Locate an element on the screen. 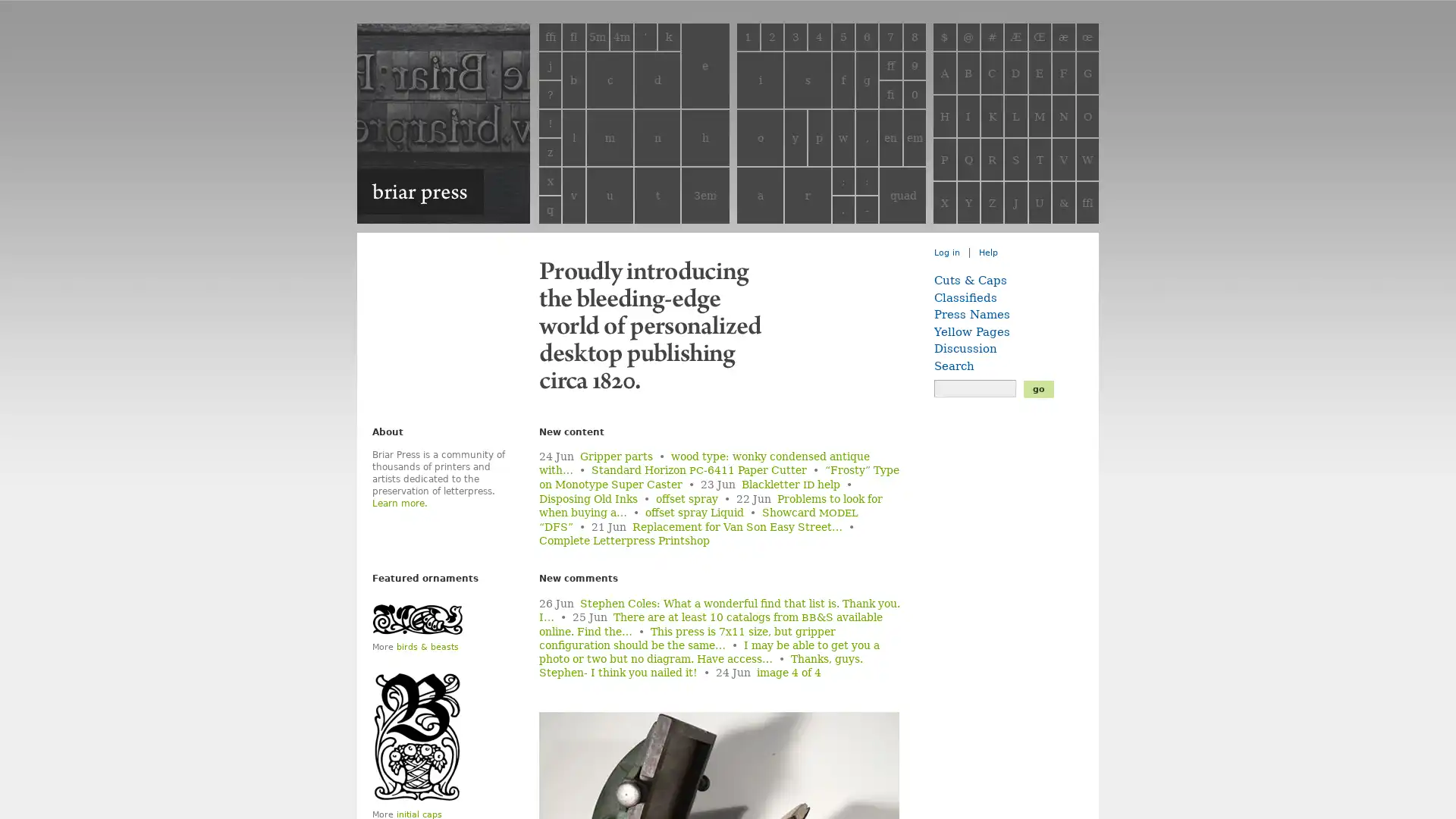 This screenshot has width=1456, height=819. go is located at coordinates (1037, 388).